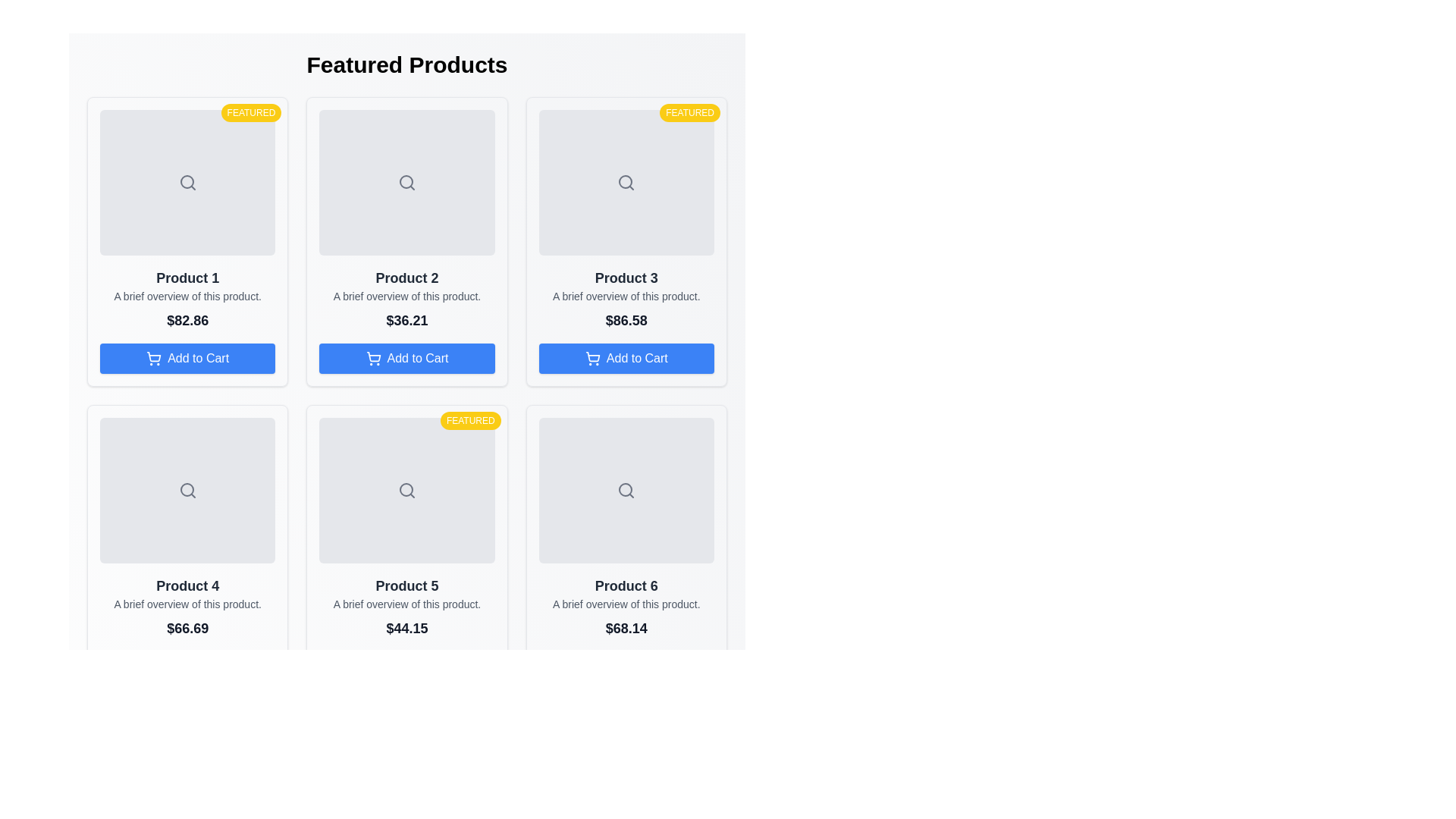  What do you see at coordinates (592, 356) in the screenshot?
I see `the shopping cart icon within the 'Add to Cart' button for 'Product 3' located in the top-right section of the grid under 'Featured Products'` at bounding box center [592, 356].